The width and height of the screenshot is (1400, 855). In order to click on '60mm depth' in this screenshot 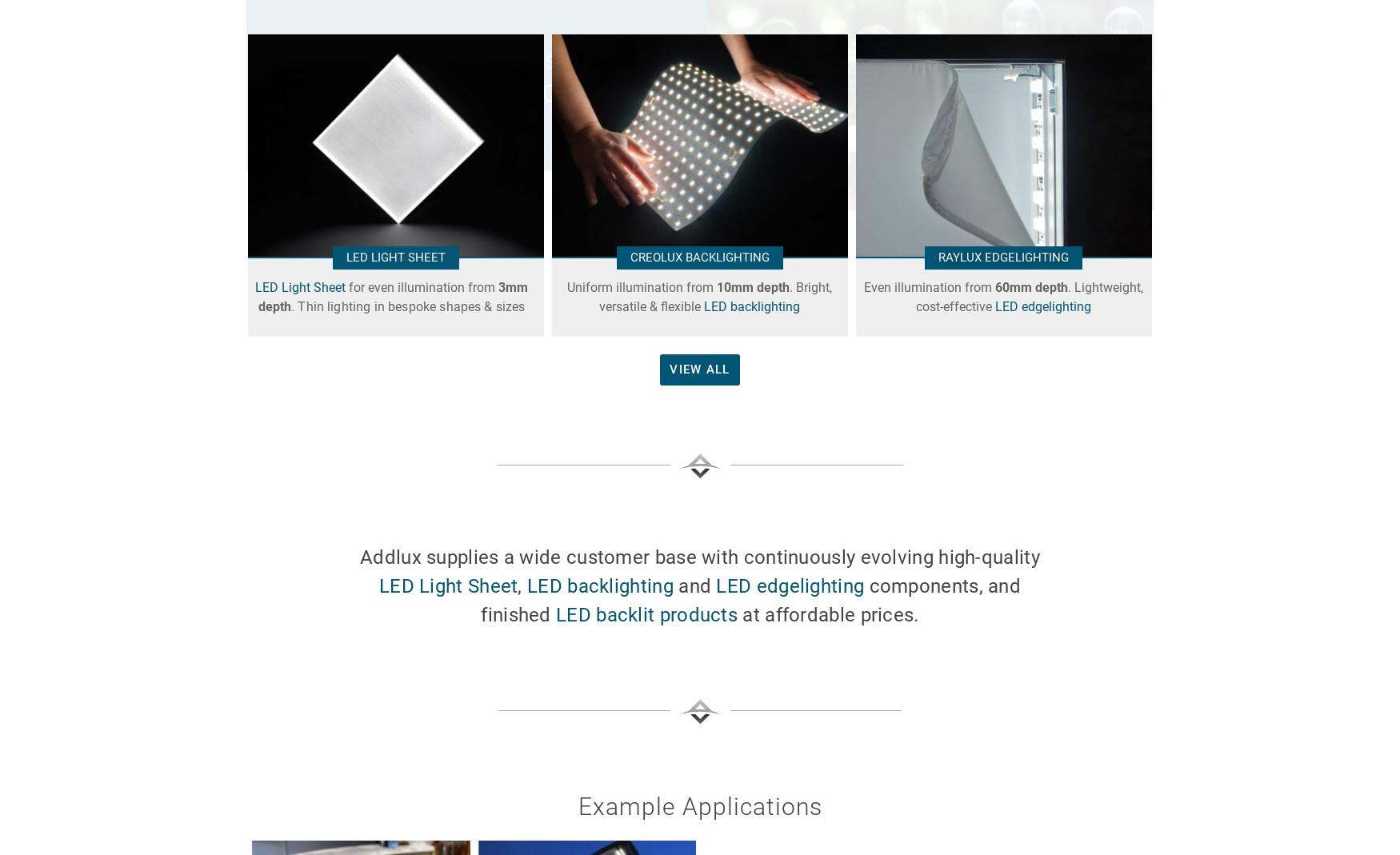, I will do `click(1030, 287)`.